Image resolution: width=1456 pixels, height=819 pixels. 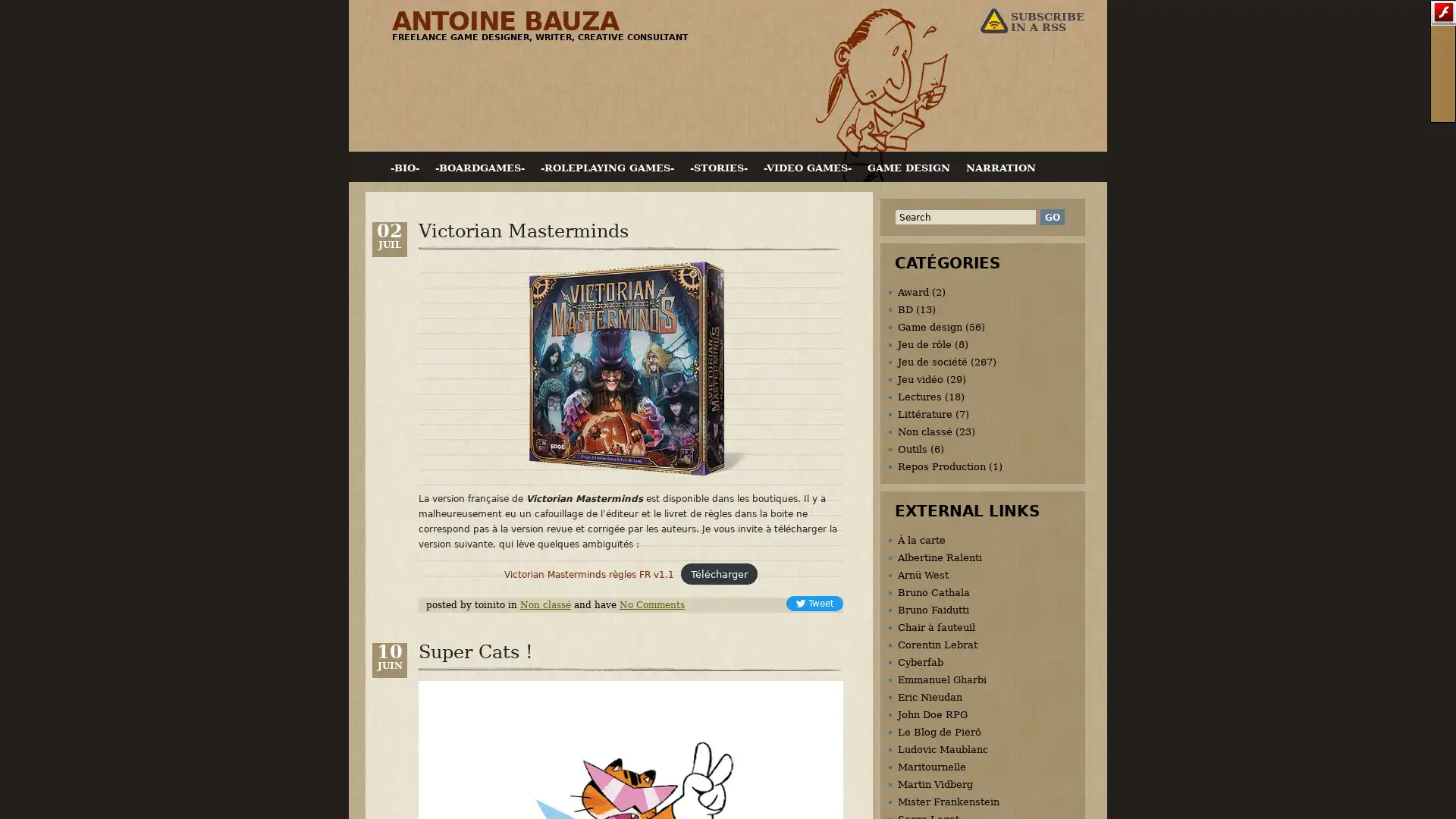 What do you see at coordinates (1051, 217) in the screenshot?
I see `go` at bounding box center [1051, 217].